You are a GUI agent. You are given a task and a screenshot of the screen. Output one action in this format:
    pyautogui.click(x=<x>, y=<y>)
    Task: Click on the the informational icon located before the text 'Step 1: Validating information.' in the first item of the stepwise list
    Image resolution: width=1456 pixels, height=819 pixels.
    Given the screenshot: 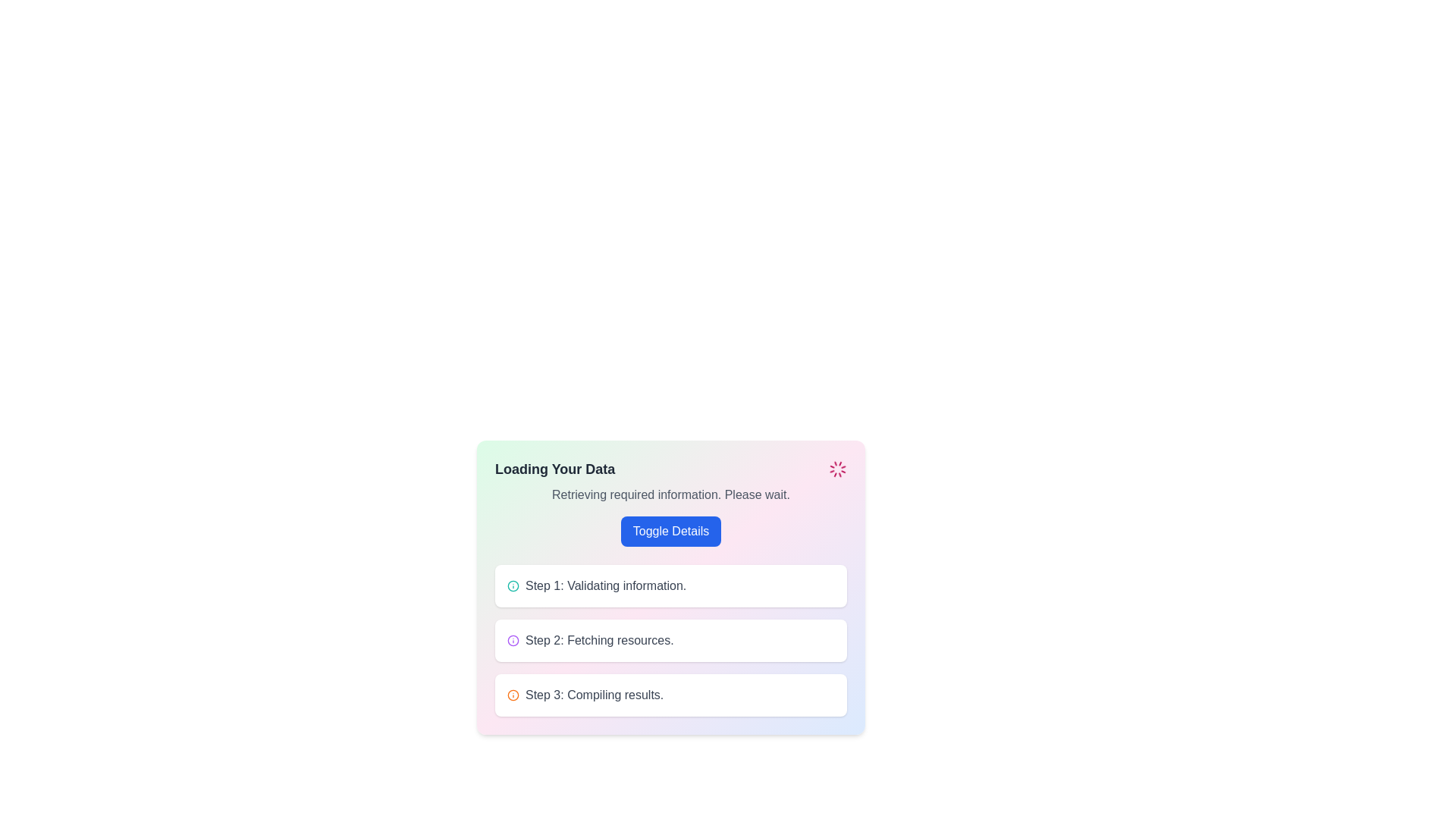 What is the action you would take?
    pyautogui.click(x=513, y=585)
    